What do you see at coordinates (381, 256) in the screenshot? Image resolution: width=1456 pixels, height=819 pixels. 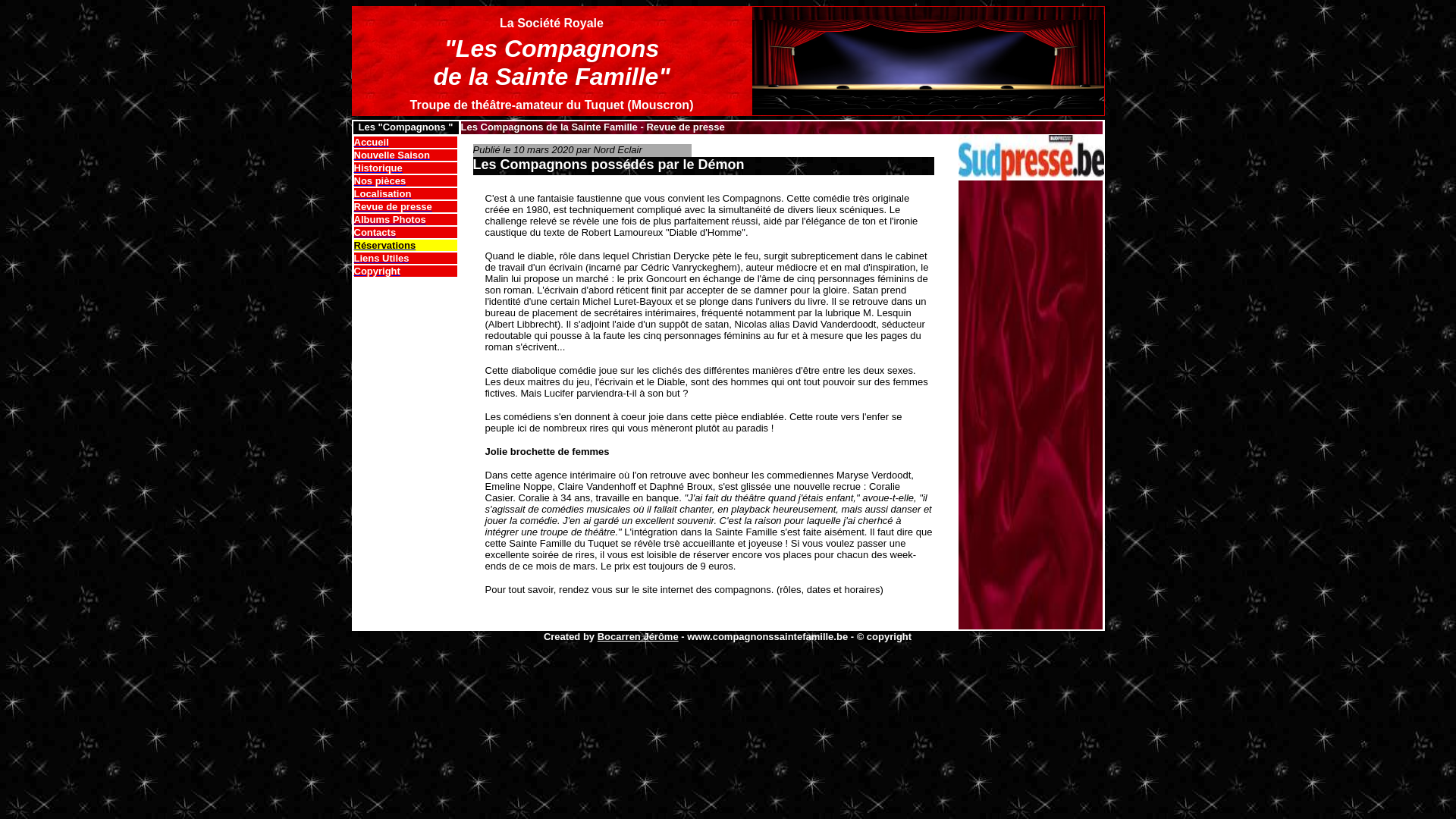 I see `'Liens Utiles'` at bounding box center [381, 256].